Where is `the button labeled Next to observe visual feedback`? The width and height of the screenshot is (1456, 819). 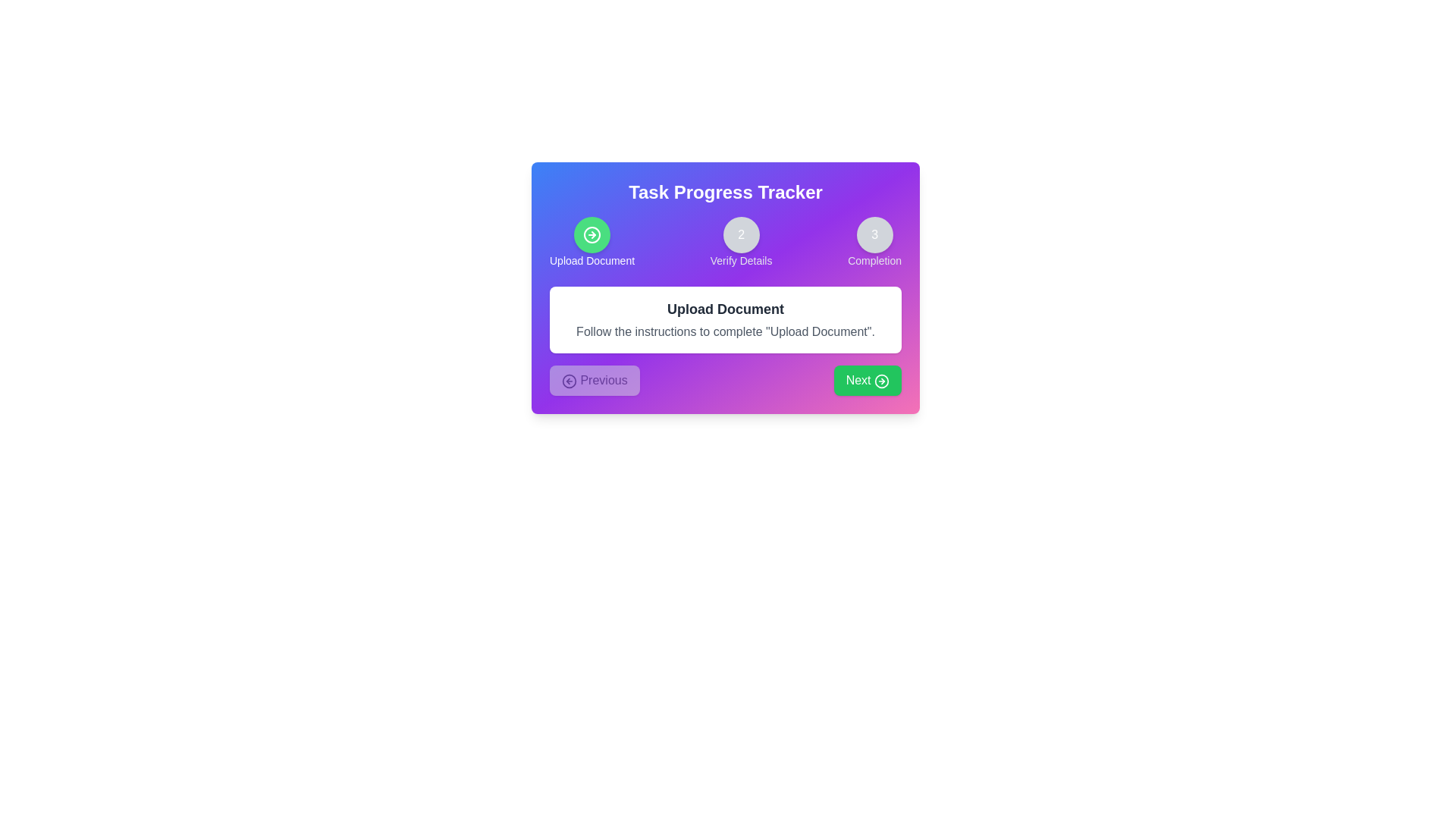
the button labeled Next to observe visual feedback is located at coordinates (867, 379).